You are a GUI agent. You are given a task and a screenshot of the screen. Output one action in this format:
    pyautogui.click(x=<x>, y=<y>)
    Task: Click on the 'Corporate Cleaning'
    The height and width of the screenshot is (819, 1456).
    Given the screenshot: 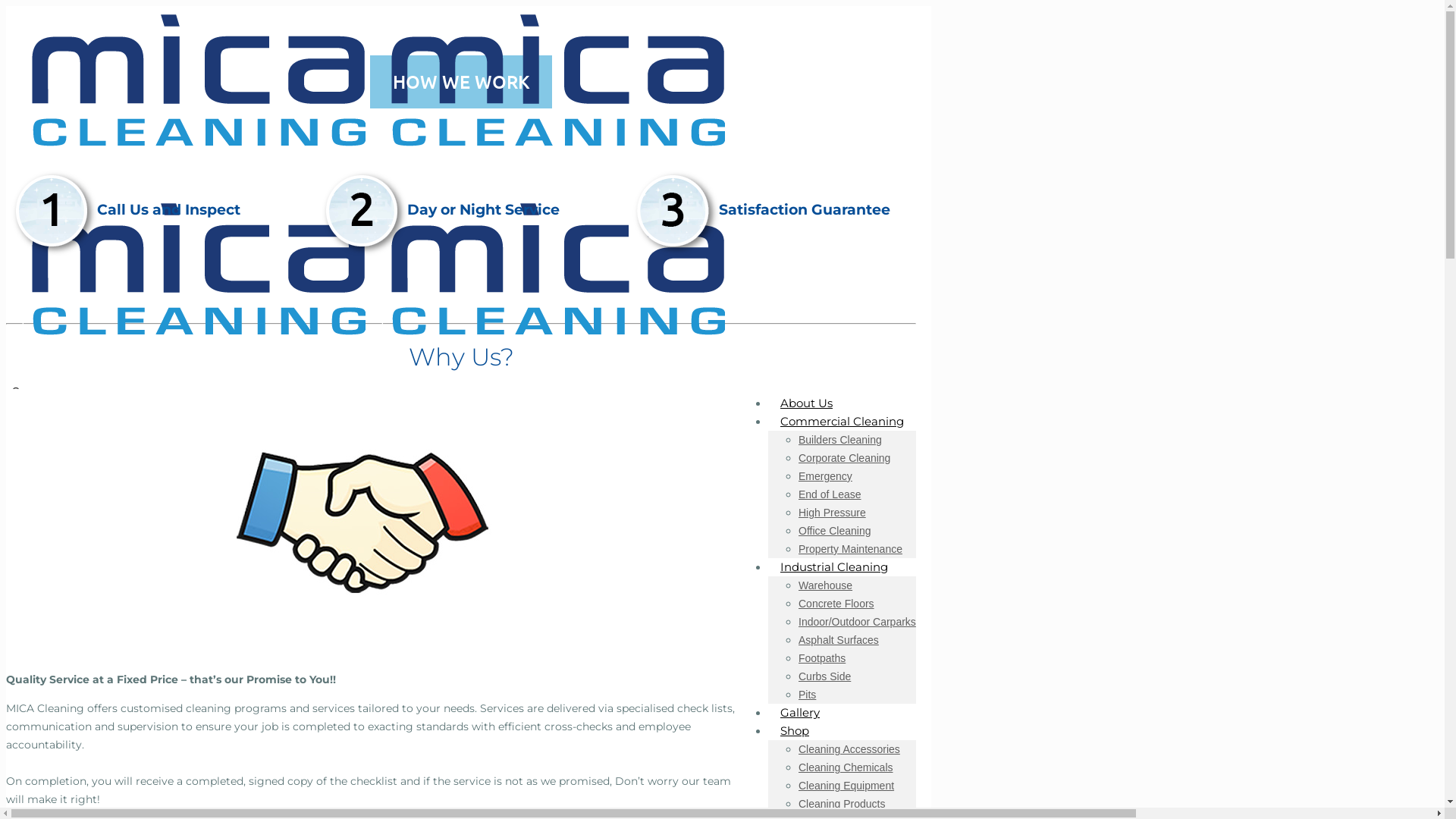 What is the action you would take?
    pyautogui.click(x=843, y=457)
    